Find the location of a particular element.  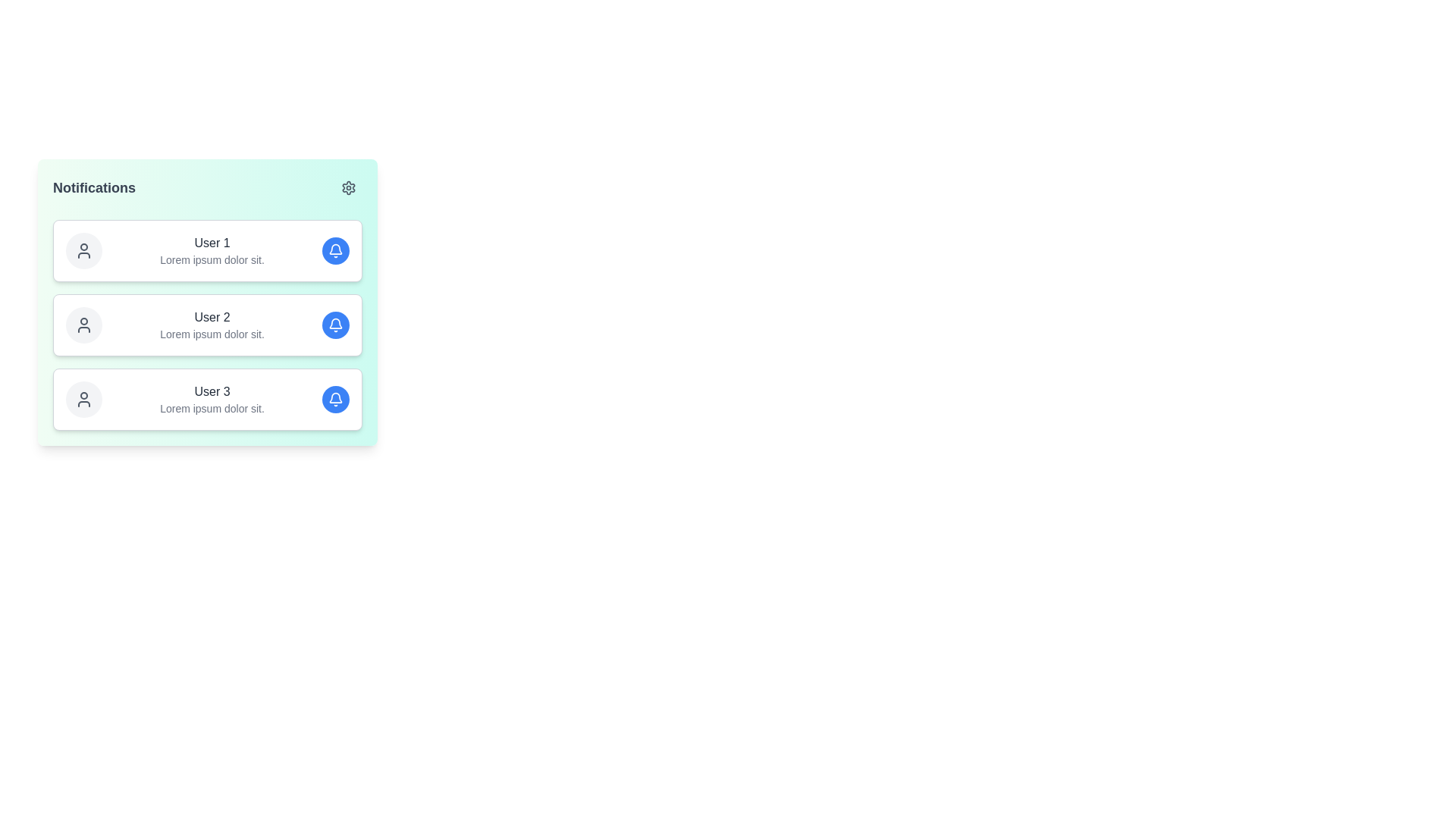

the bell icon located in the second item of the notification list, positioned to the far right alongside the user's name and message preview is located at coordinates (334, 324).